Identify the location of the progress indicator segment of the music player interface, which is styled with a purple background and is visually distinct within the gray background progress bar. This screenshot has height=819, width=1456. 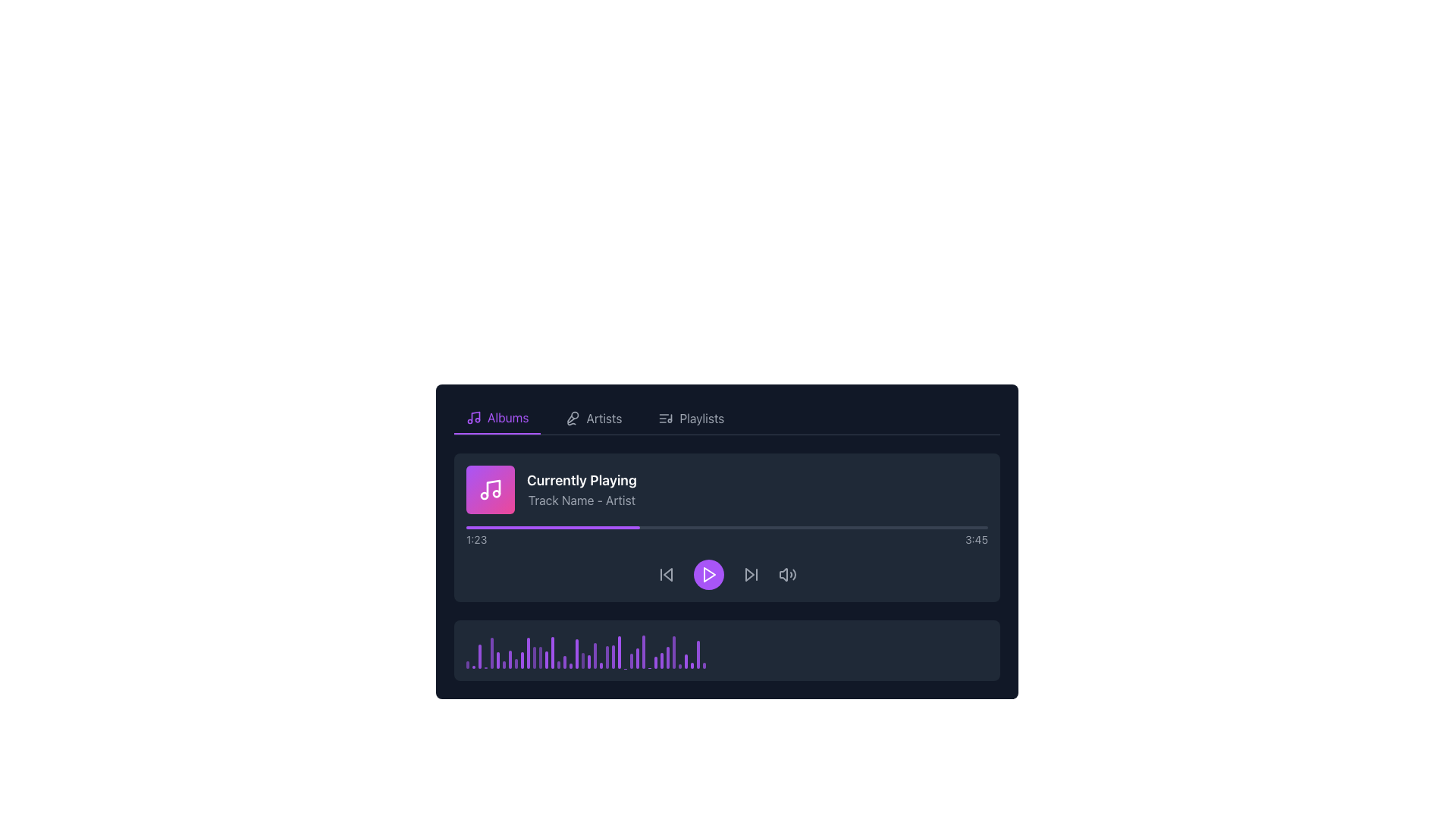
(552, 526).